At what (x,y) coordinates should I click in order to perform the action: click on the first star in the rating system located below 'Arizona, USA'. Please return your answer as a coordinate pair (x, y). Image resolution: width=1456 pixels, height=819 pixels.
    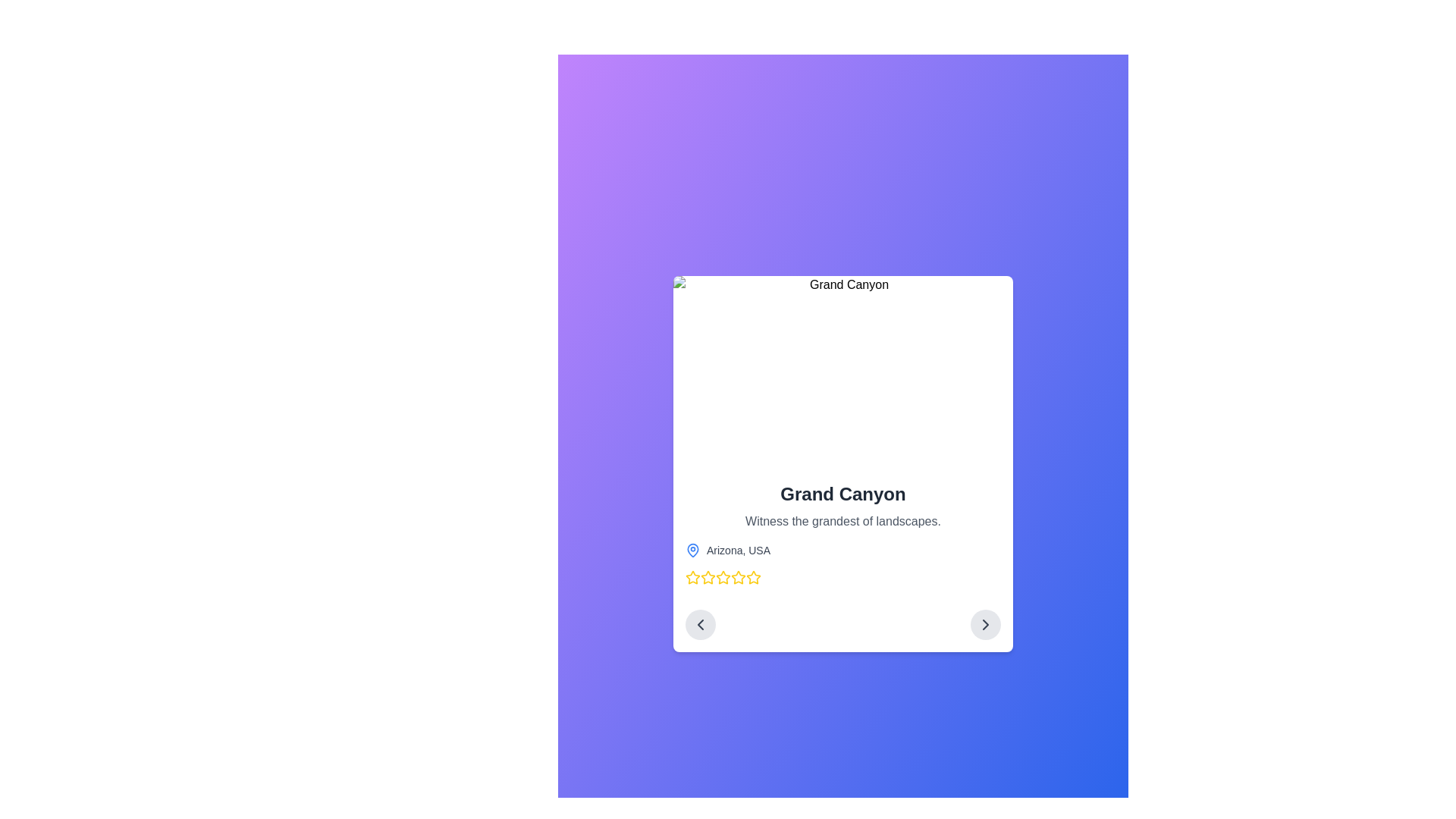
    Looking at the image, I should click on (692, 578).